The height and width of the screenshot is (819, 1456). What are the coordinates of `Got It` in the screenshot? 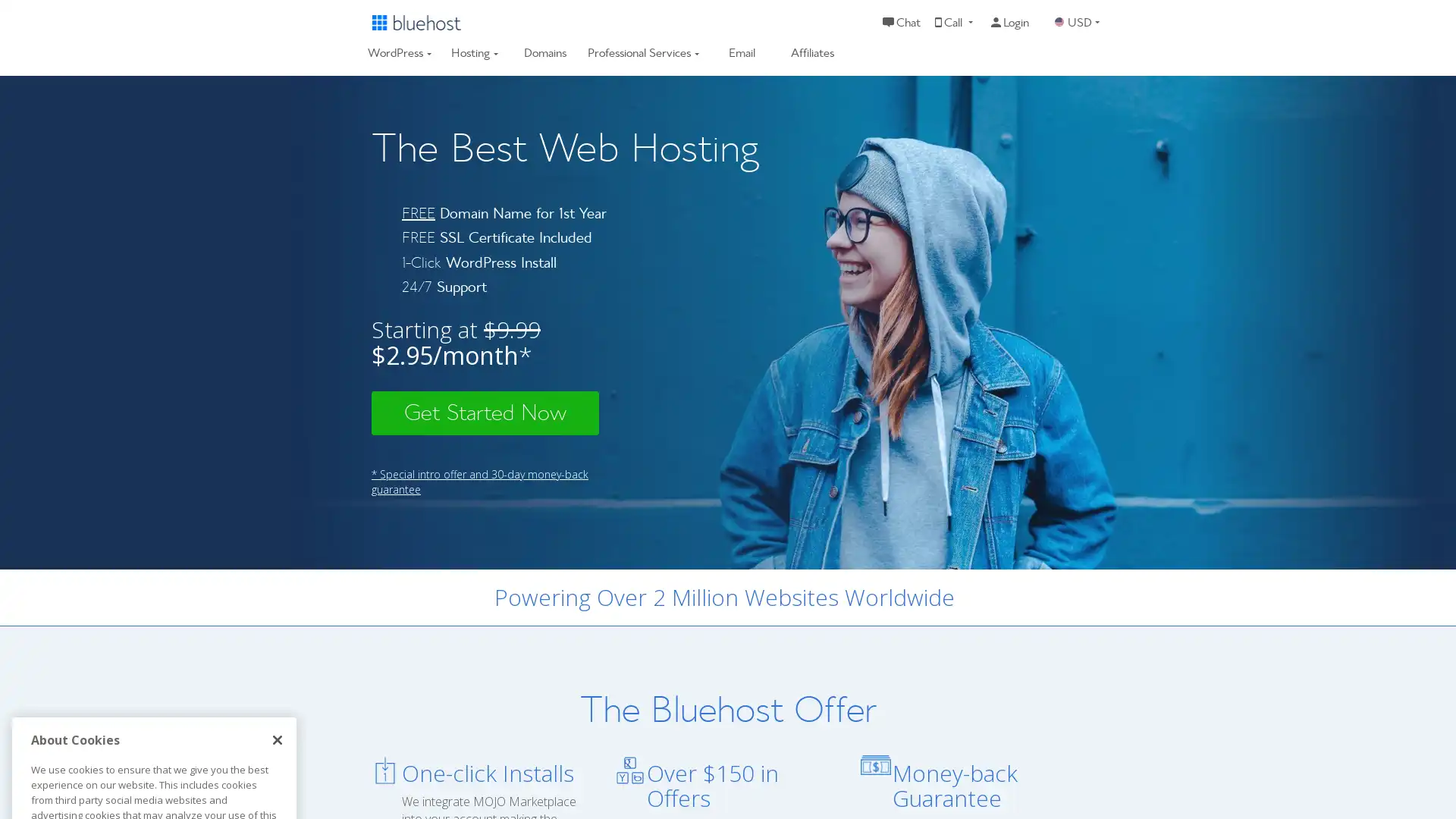 It's located at (154, 730).